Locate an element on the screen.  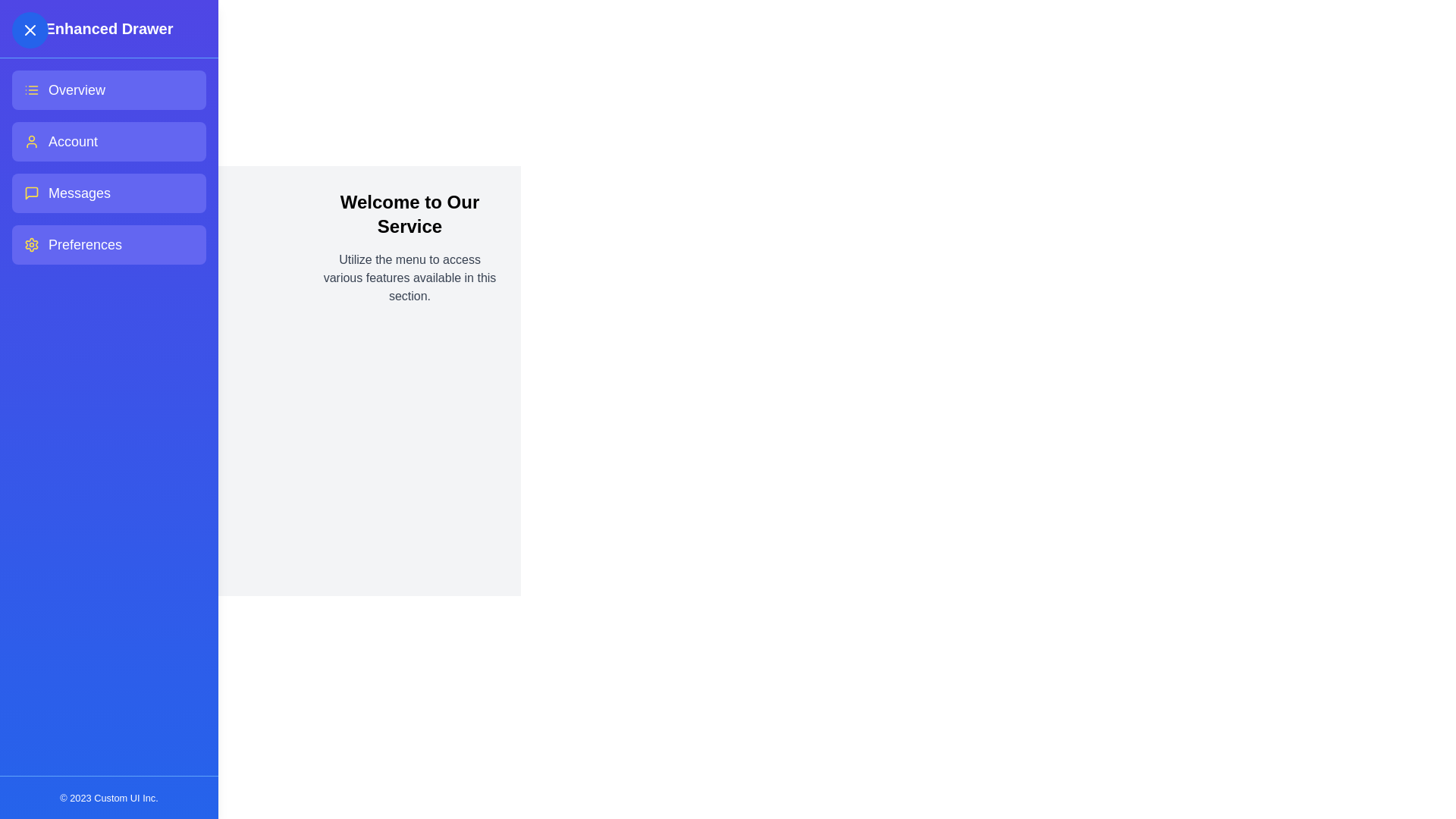
the 'Account' menu icon located in the vertical navigation panel, positioned to the left of the 'Account' text label is located at coordinates (32, 141).